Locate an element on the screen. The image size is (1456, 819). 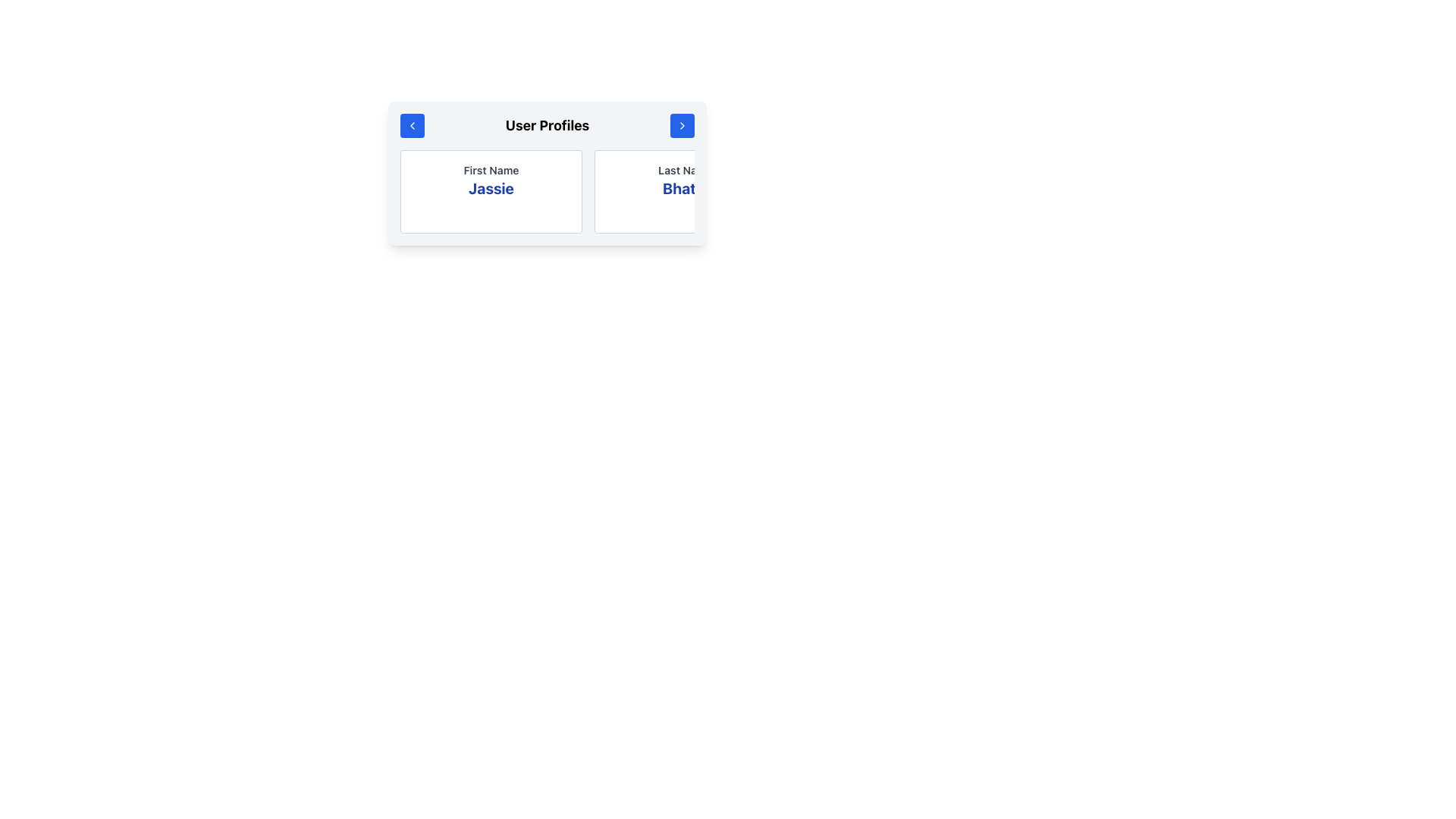
the 'Last Name' text element, which is styled with a small font size, bolded, and dark gray in color, located above the 'Bhatia' text in the 'User Profiles' section is located at coordinates (684, 170).